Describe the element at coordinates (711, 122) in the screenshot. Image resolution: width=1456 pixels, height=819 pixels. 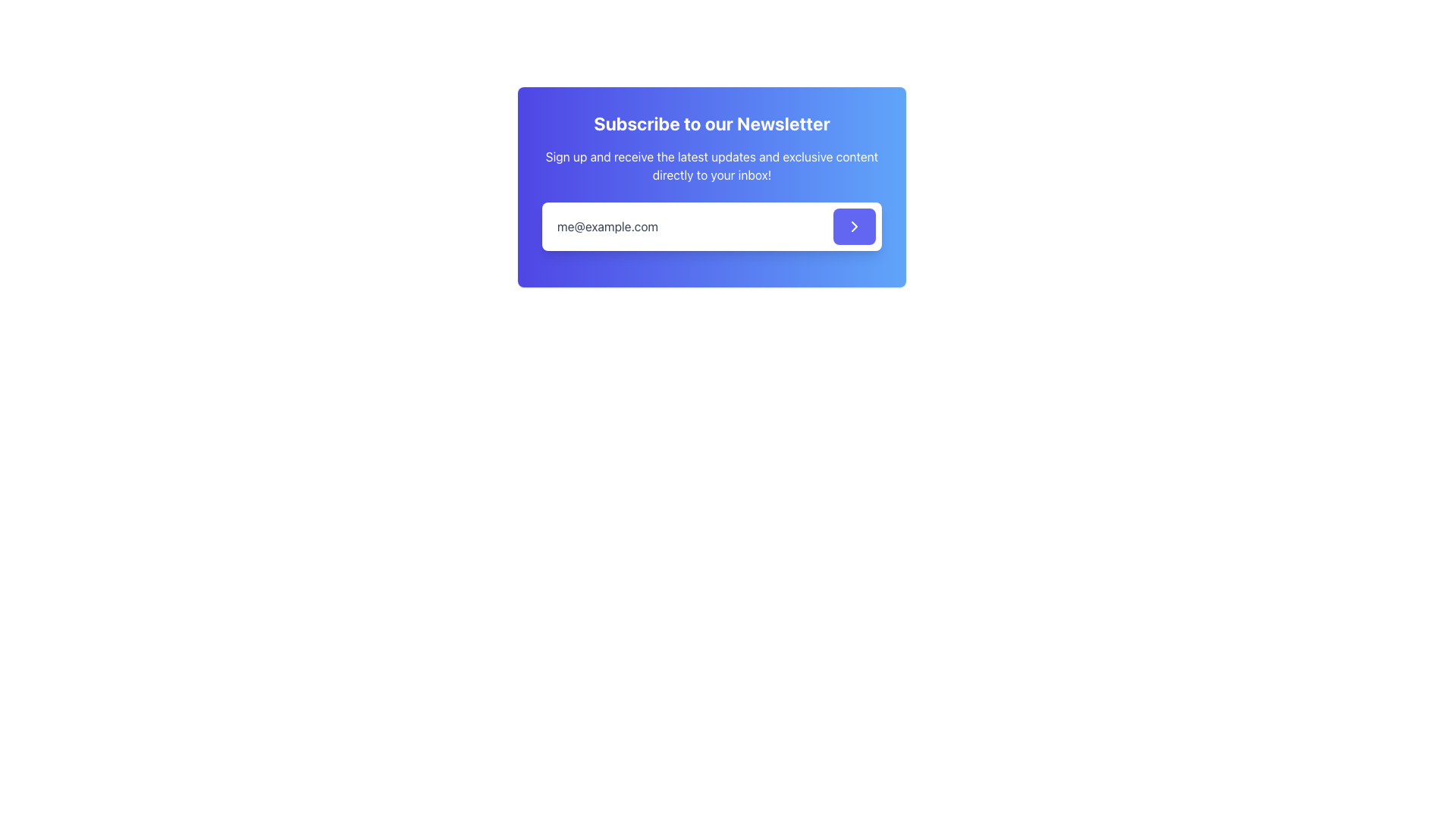
I see `the text label that reads 'Subscribe to our Newsletter' displayed in bold white font at the top of the card component with a gradient blue background` at that location.